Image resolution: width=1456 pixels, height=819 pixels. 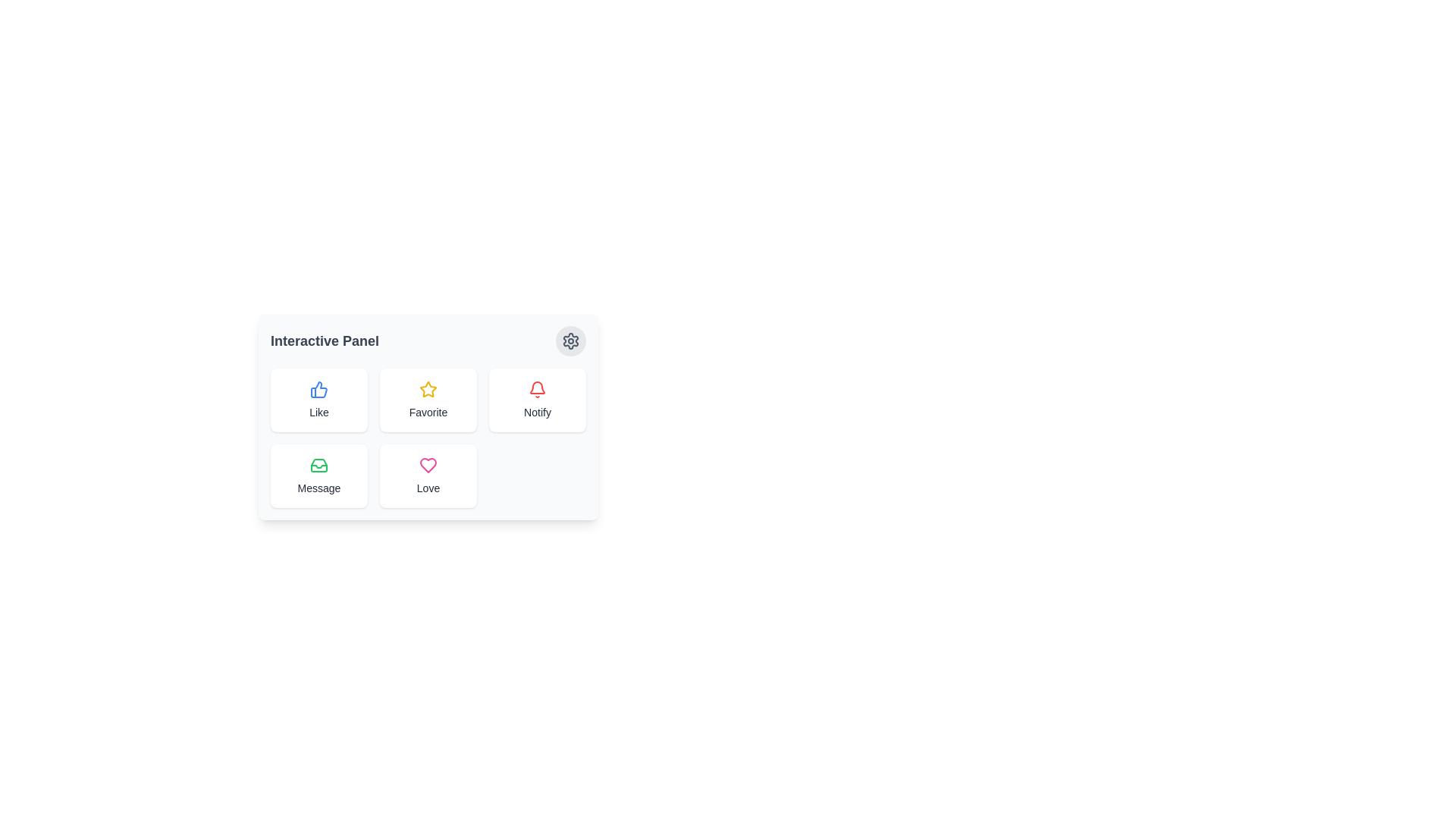 What do you see at coordinates (538, 400) in the screenshot?
I see `the 'Notify' button, which is a rounded white card with a red bell icon above the text, located` at bounding box center [538, 400].